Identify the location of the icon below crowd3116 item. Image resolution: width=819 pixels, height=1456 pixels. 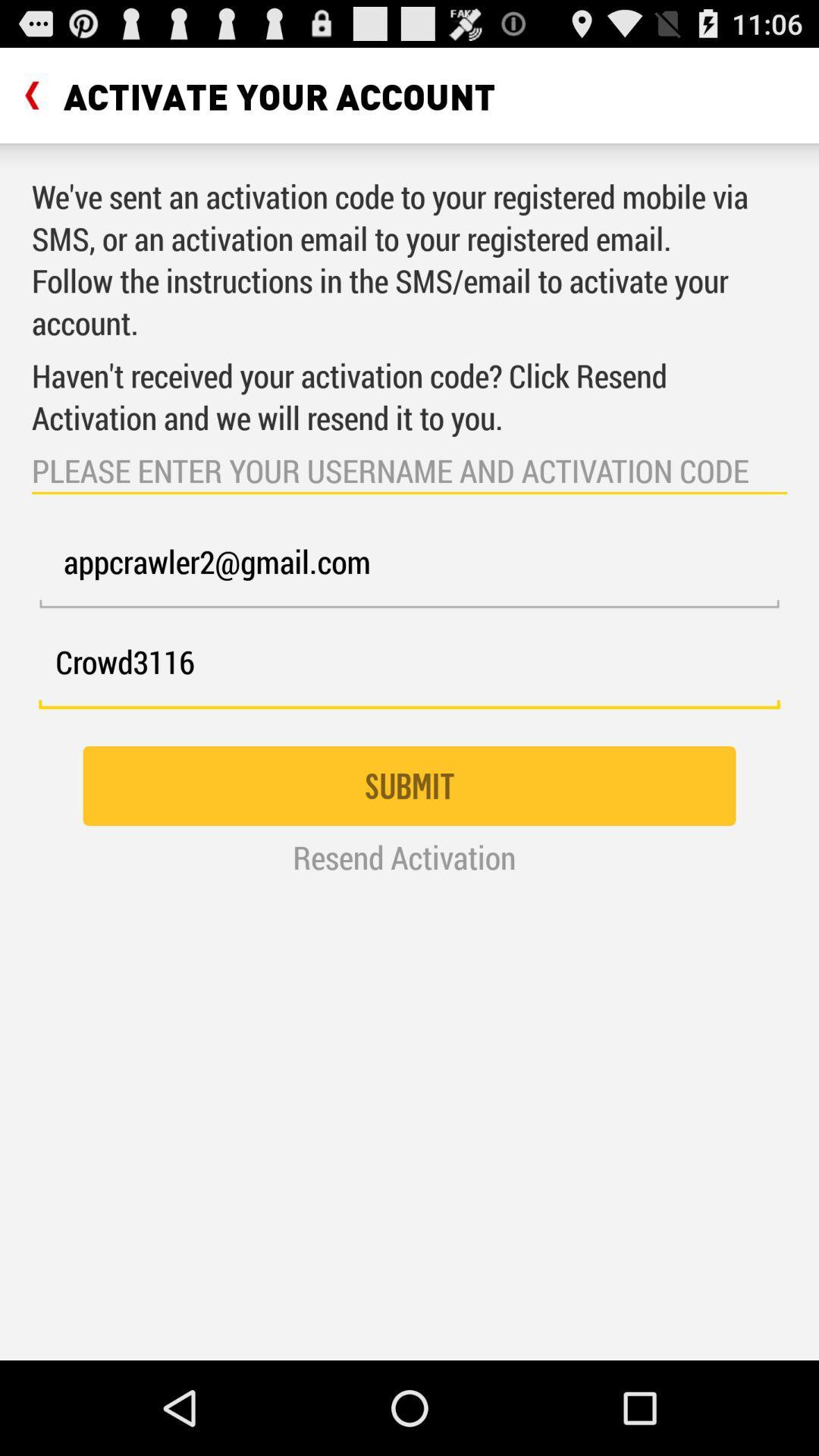
(409, 786).